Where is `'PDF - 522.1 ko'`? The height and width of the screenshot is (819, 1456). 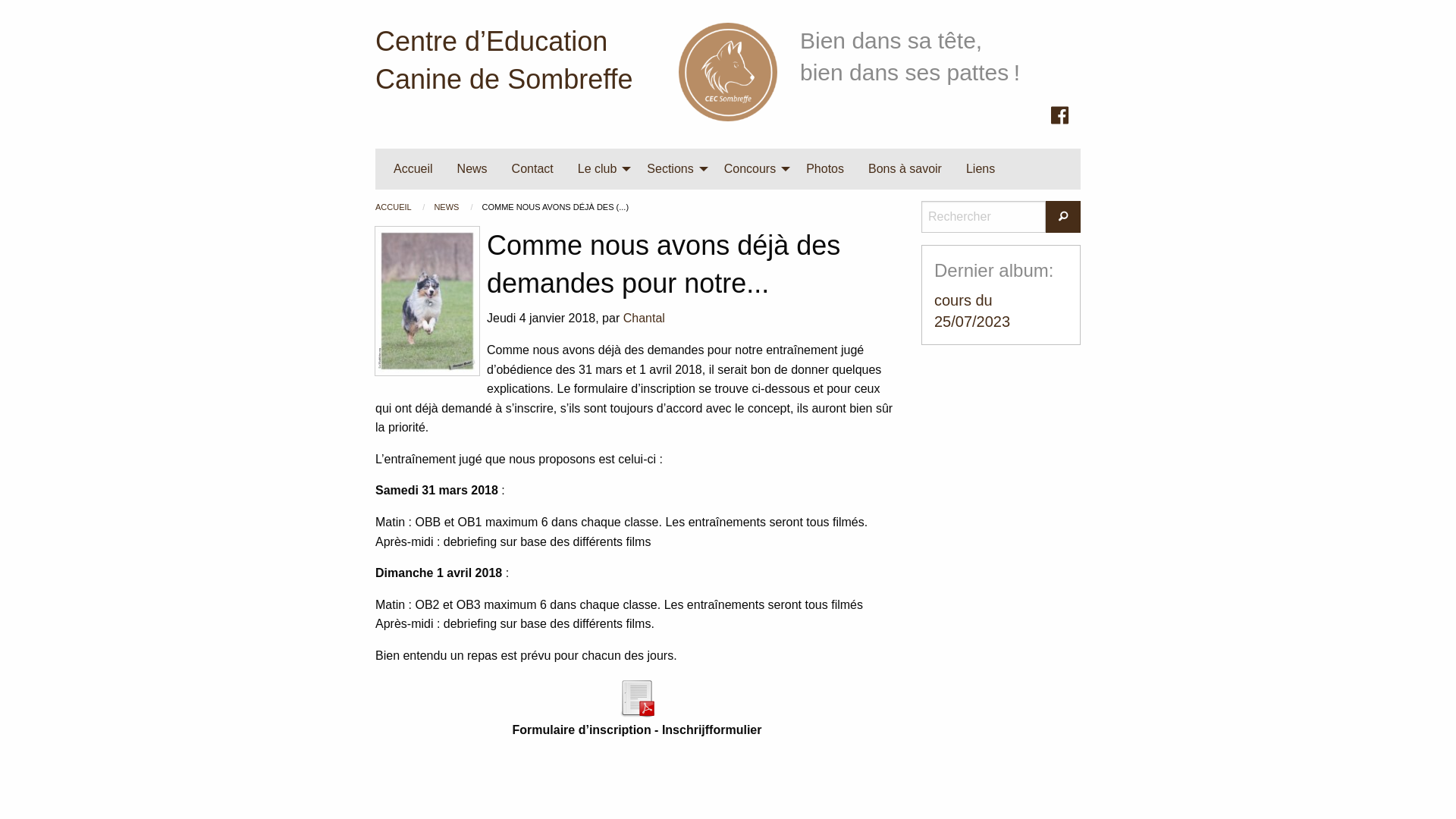
'PDF - 522.1 ko' is located at coordinates (637, 696).